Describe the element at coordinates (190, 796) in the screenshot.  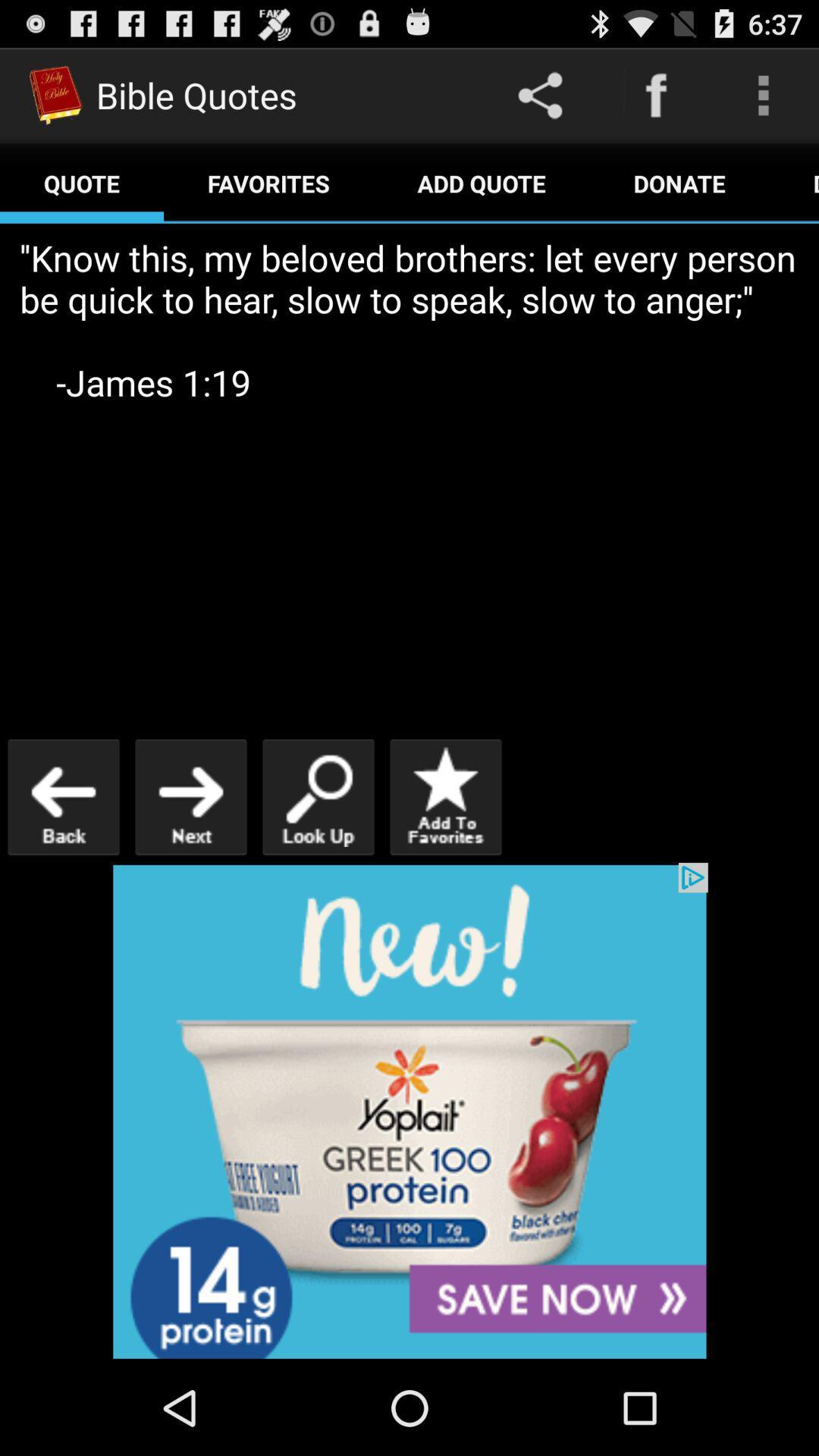
I see `next` at that location.